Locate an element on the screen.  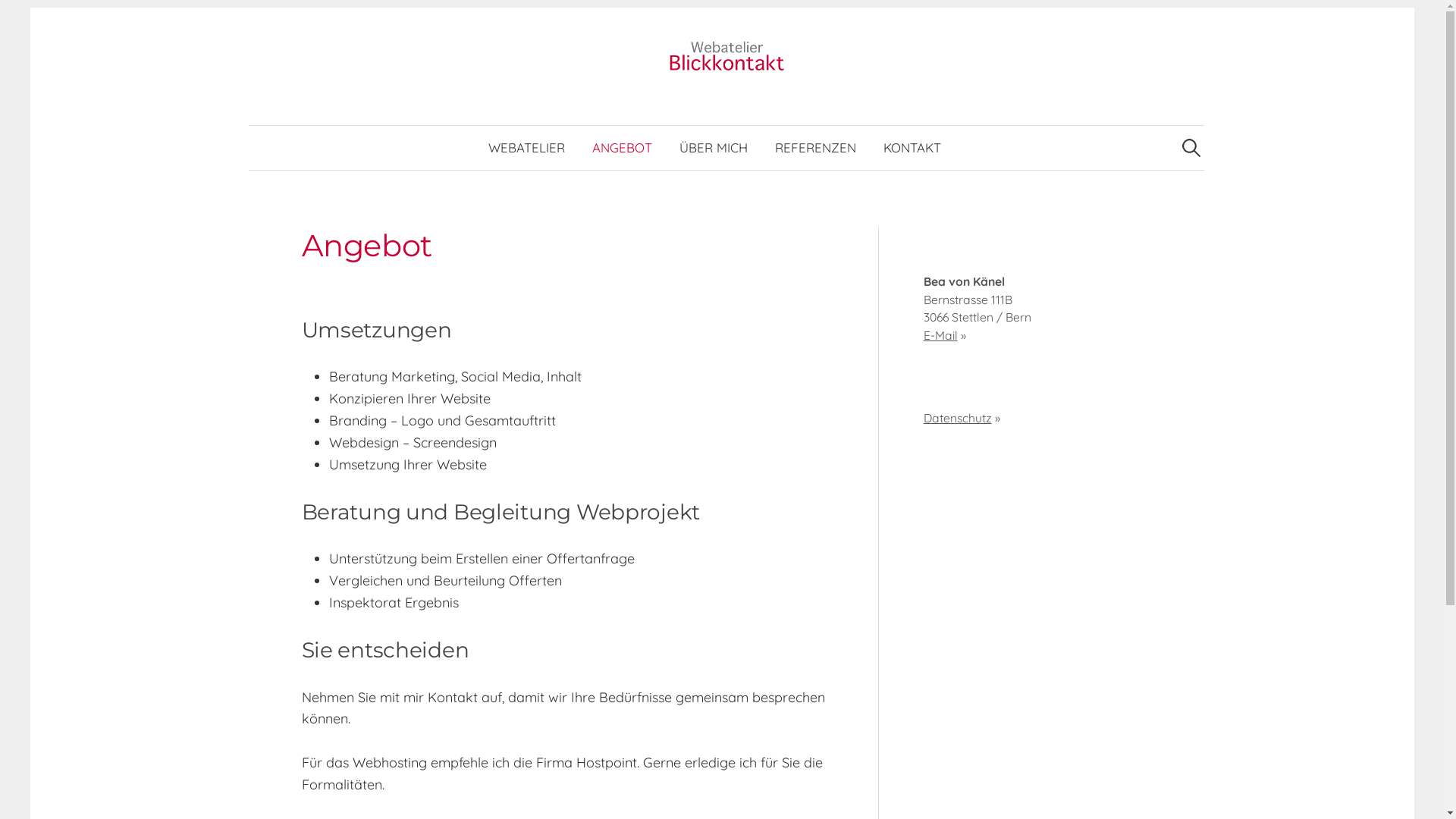
'Springe zum Inhalt' is located at coordinates (52, 7).